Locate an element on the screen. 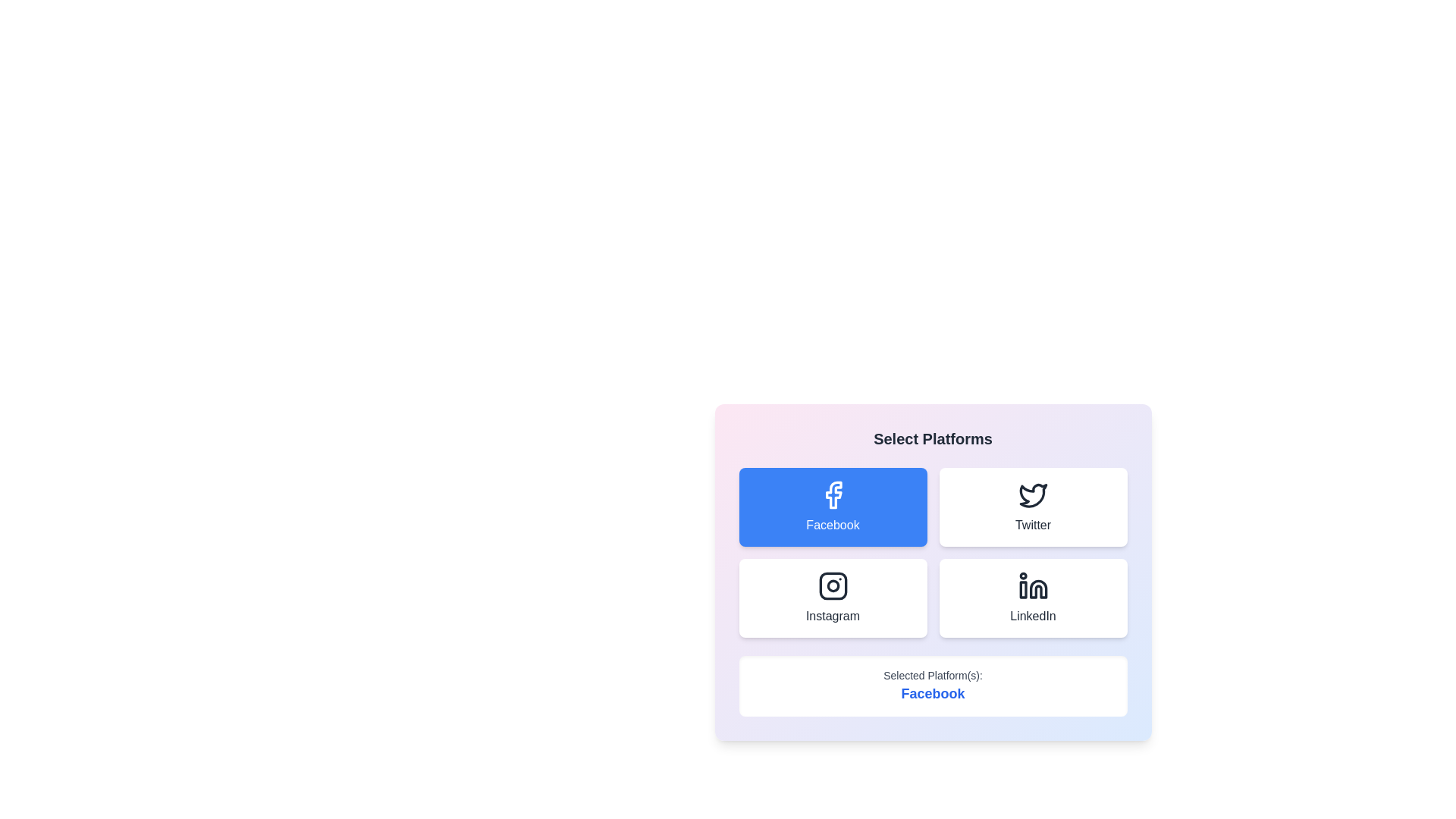 This screenshot has height=819, width=1456. the button corresponding to Instagram is located at coordinates (832, 598).